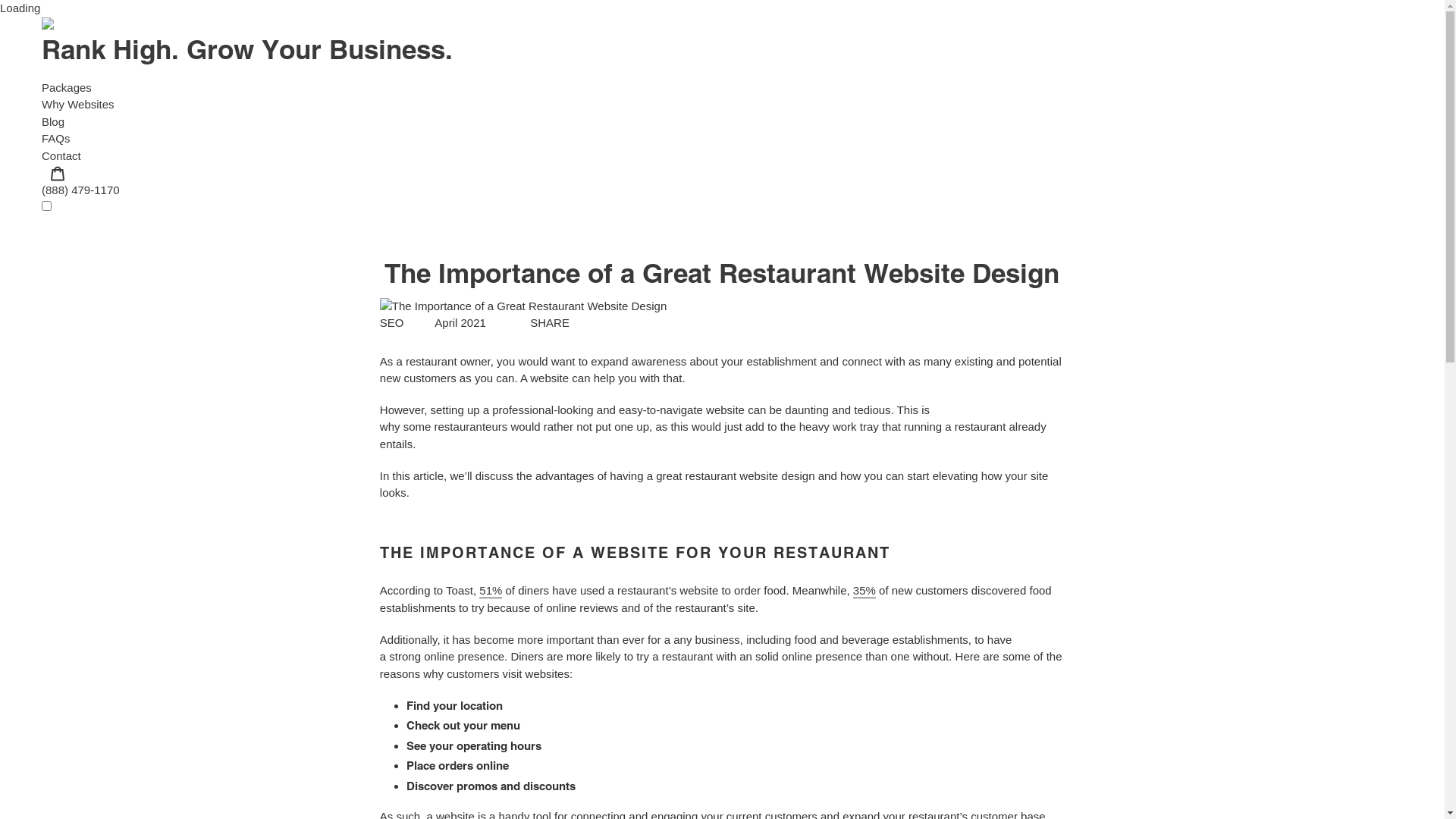 The height and width of the screenshot is (819, 1456). I want to click on '35%', so click(864, 590).